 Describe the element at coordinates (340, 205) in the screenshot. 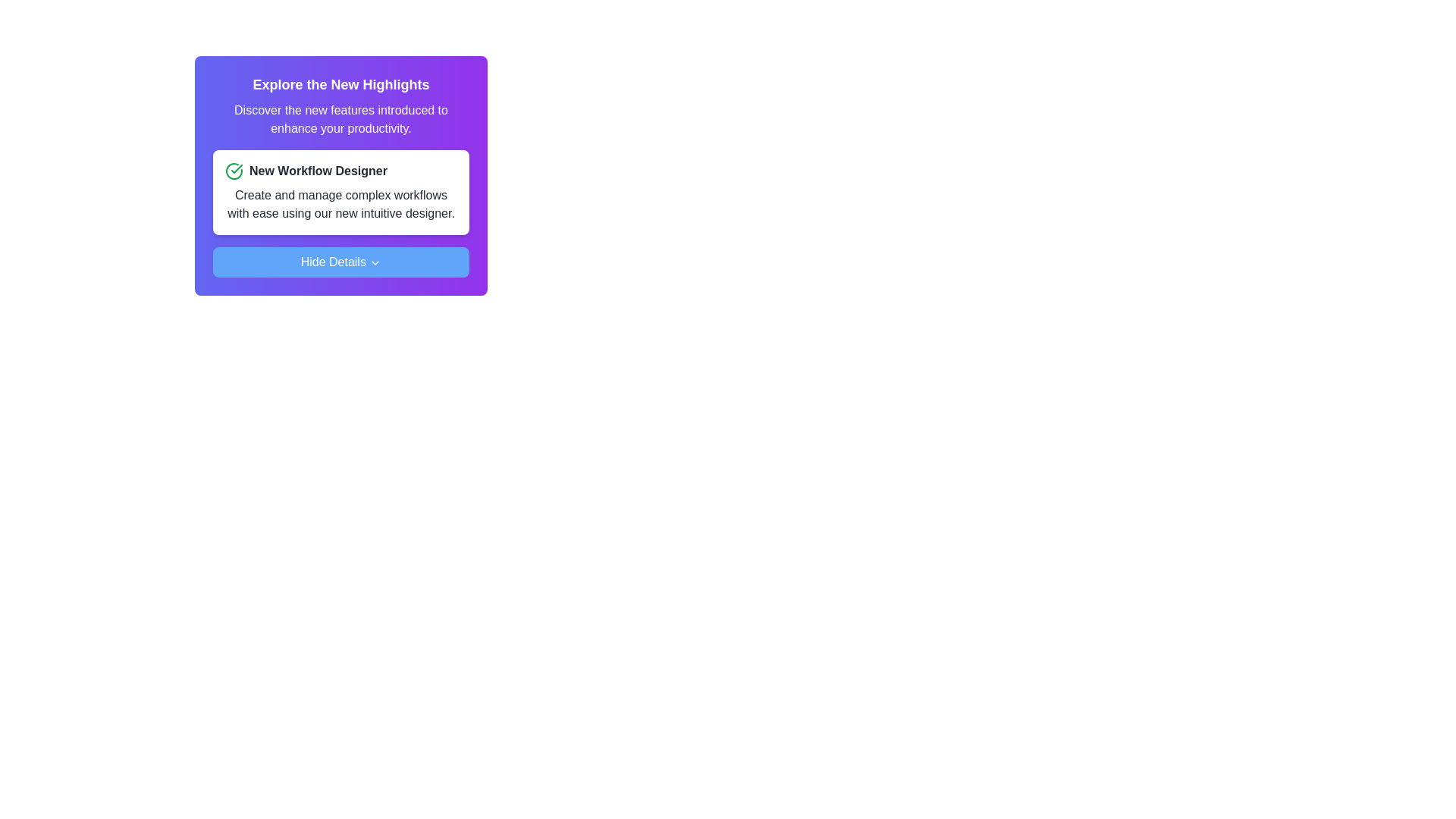

I see `the textual description reading 'Create and manage complex workflows with ease using our new intuitive designer.' that is located below the header 'New Workflow Designer'` at that location.